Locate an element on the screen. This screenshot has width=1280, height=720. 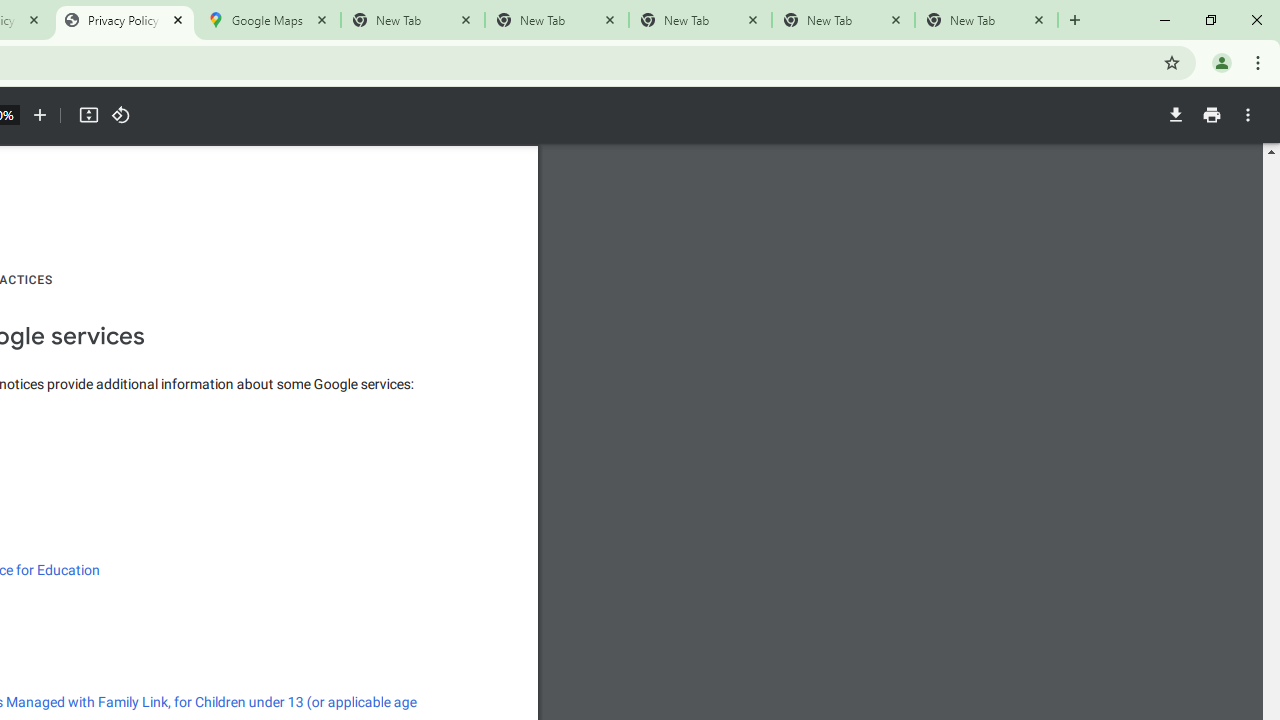
'Print' is located at coordinates (1210, 115).